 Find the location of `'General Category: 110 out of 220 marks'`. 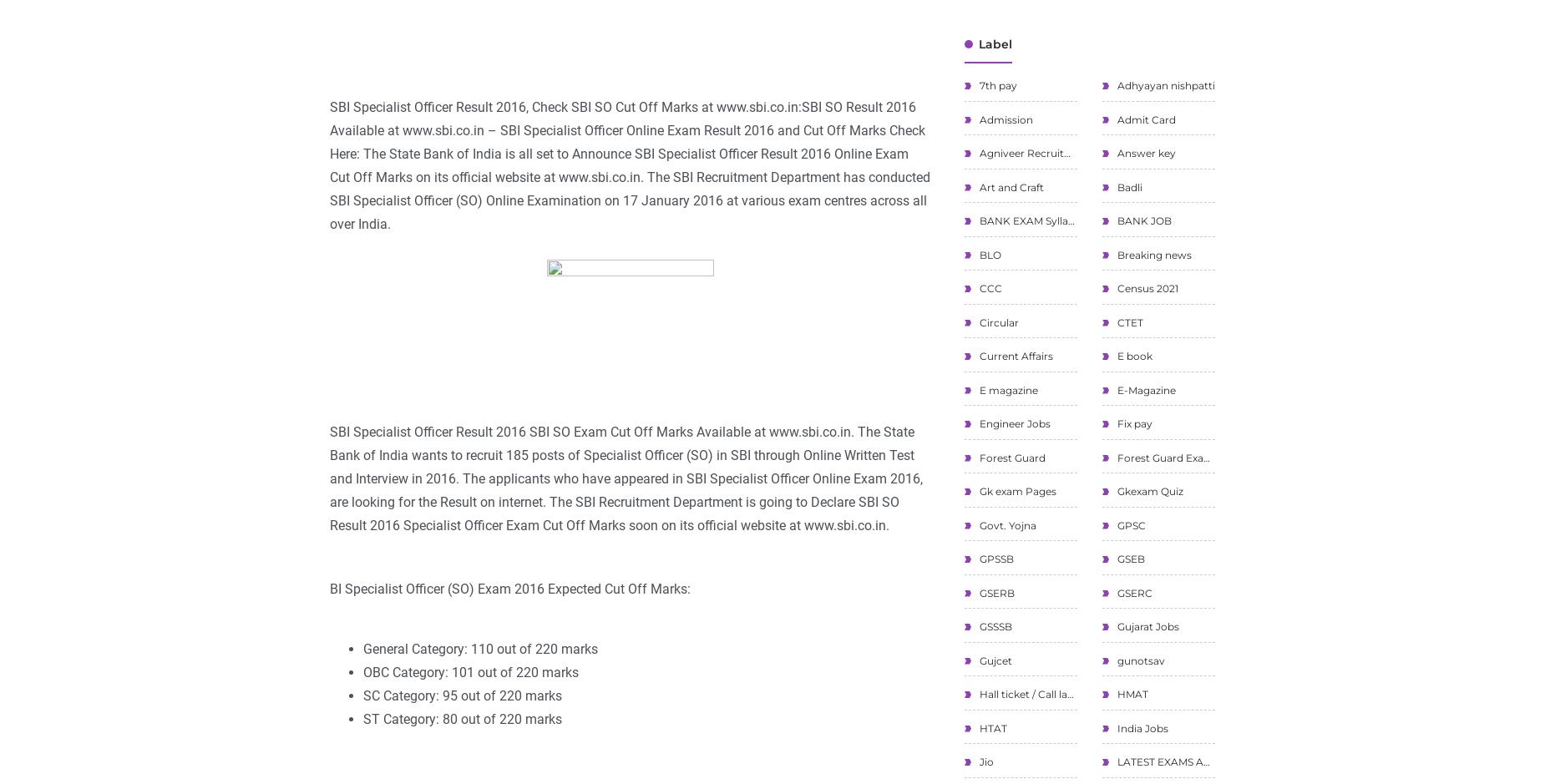

'General Category: 110 out of 220 marks' is located at coordinates (362, 648).